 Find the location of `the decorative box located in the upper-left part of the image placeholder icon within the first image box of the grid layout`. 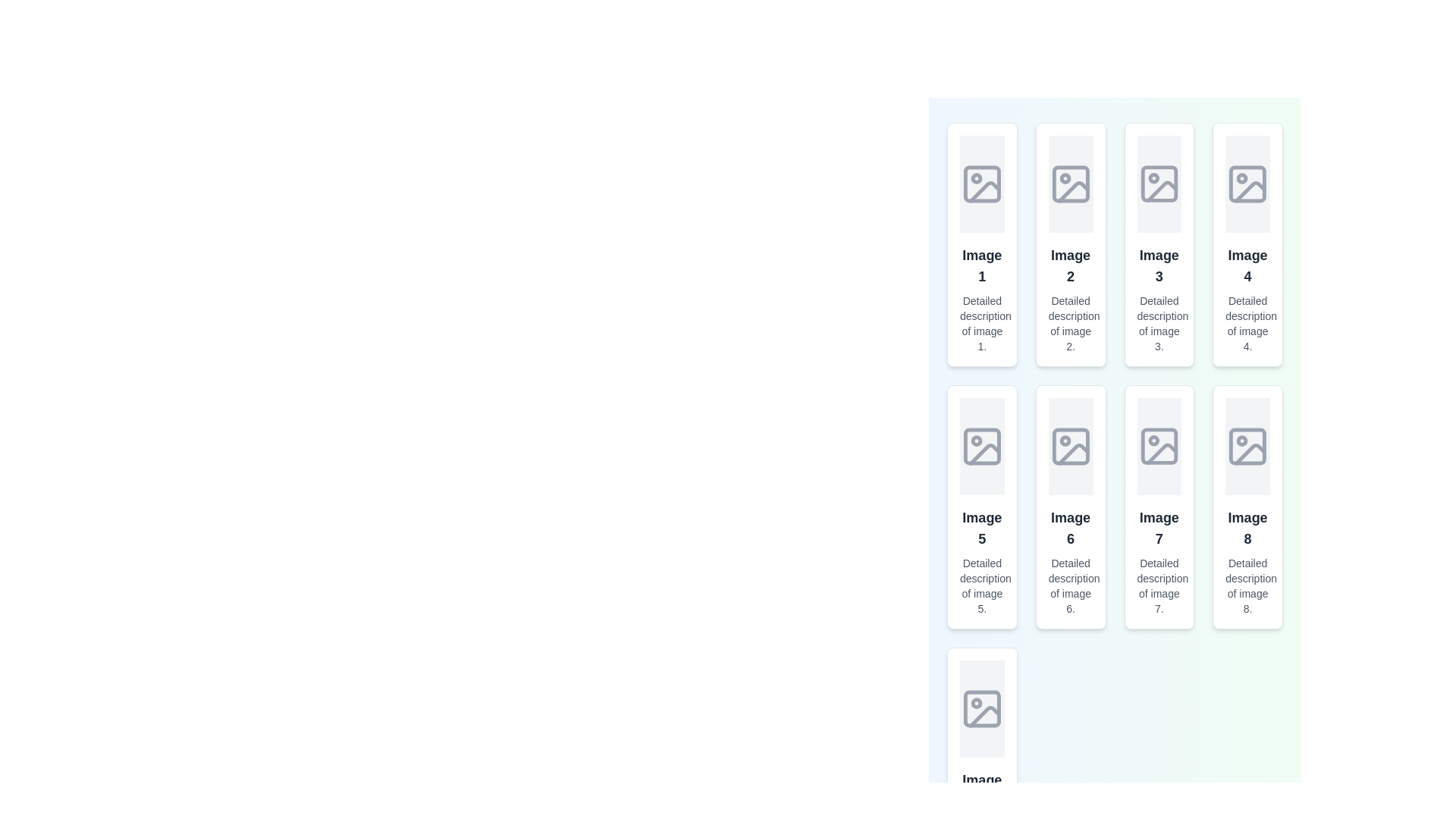

the decorative box located in the upper-left part of the image placeholder icon within the first image box of the grid layout is located at coordinates (982, 184).